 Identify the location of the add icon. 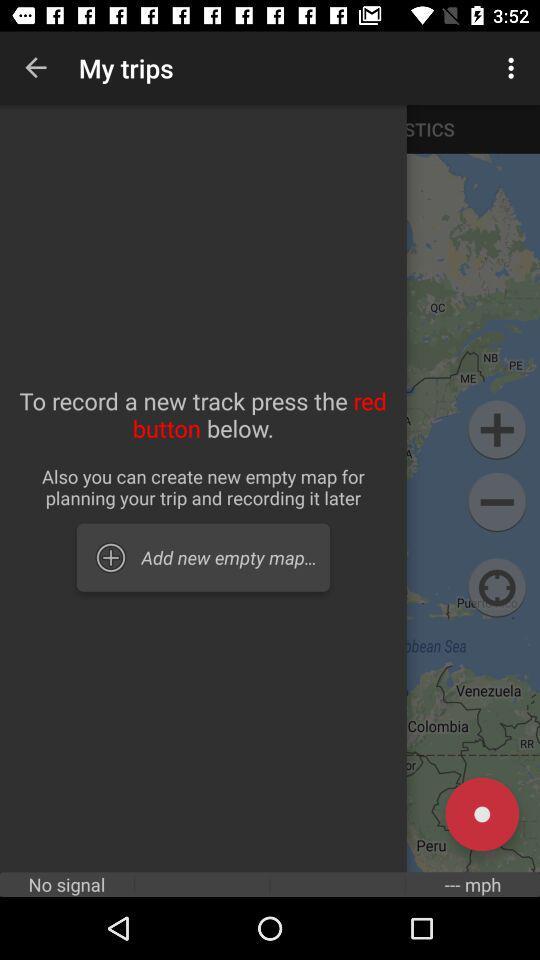
(496, 430).